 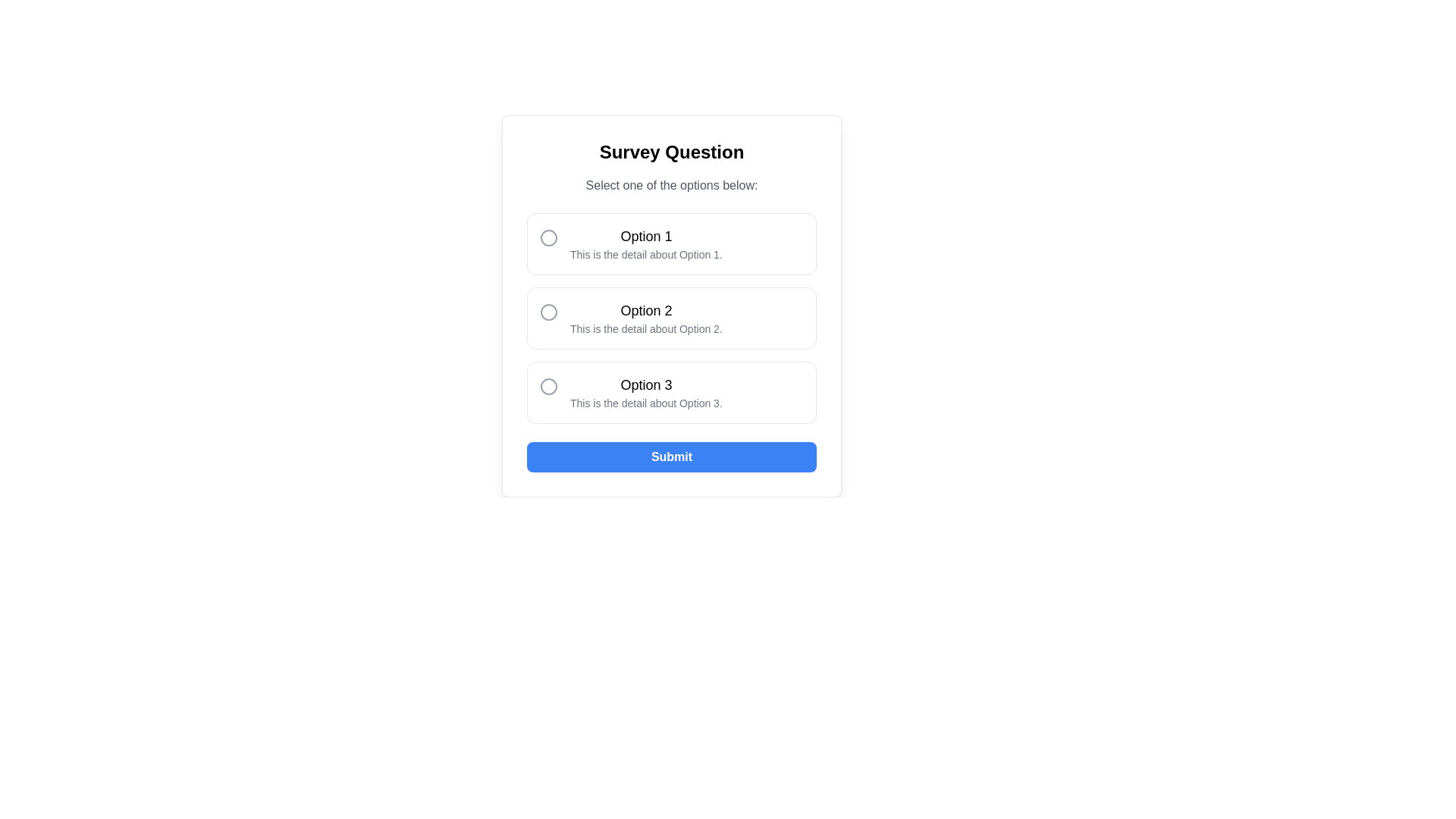 What do you see at coordinates (671, 243) in the screenshot?
I see `the radio button labeled 'Option 1'` at bounding box center [671, 243].